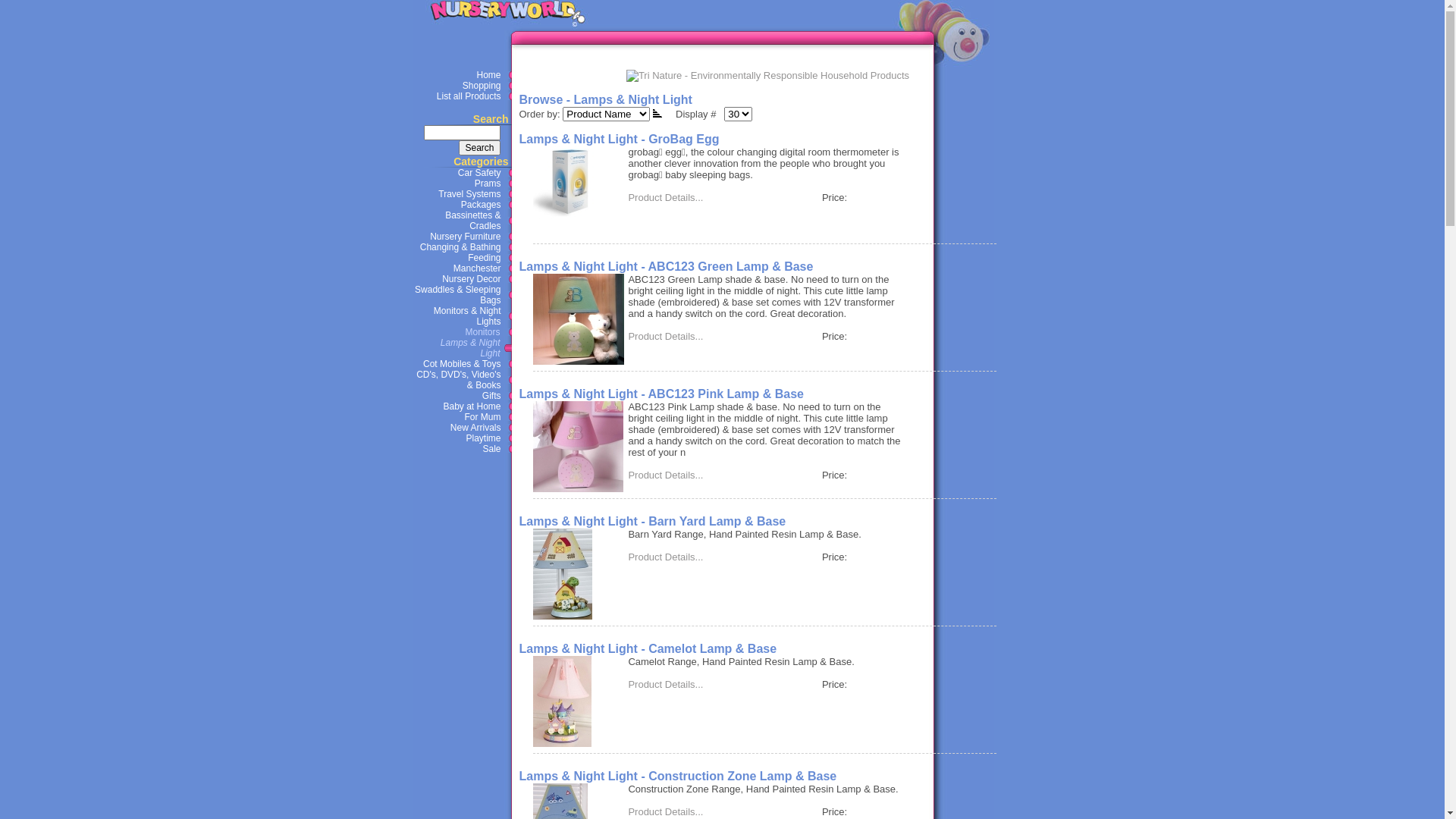  What do you see at coordinates (461, 278) in the screenshot?
I see `'Nursery Decor'` at bounding box center [461, 278].